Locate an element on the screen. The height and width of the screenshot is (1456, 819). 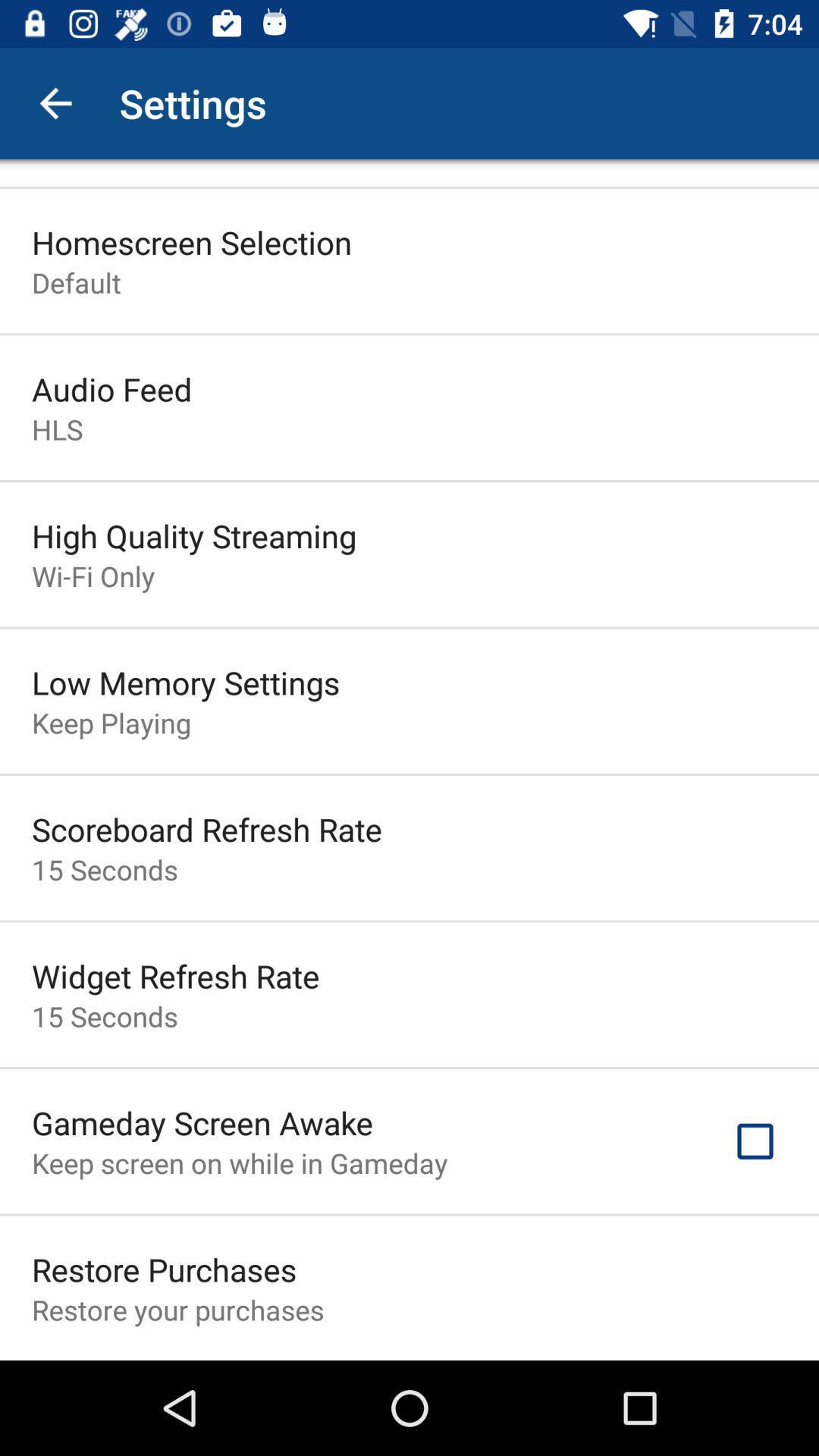
icon at the bottom right corner is located at coordinates (755, 1141).